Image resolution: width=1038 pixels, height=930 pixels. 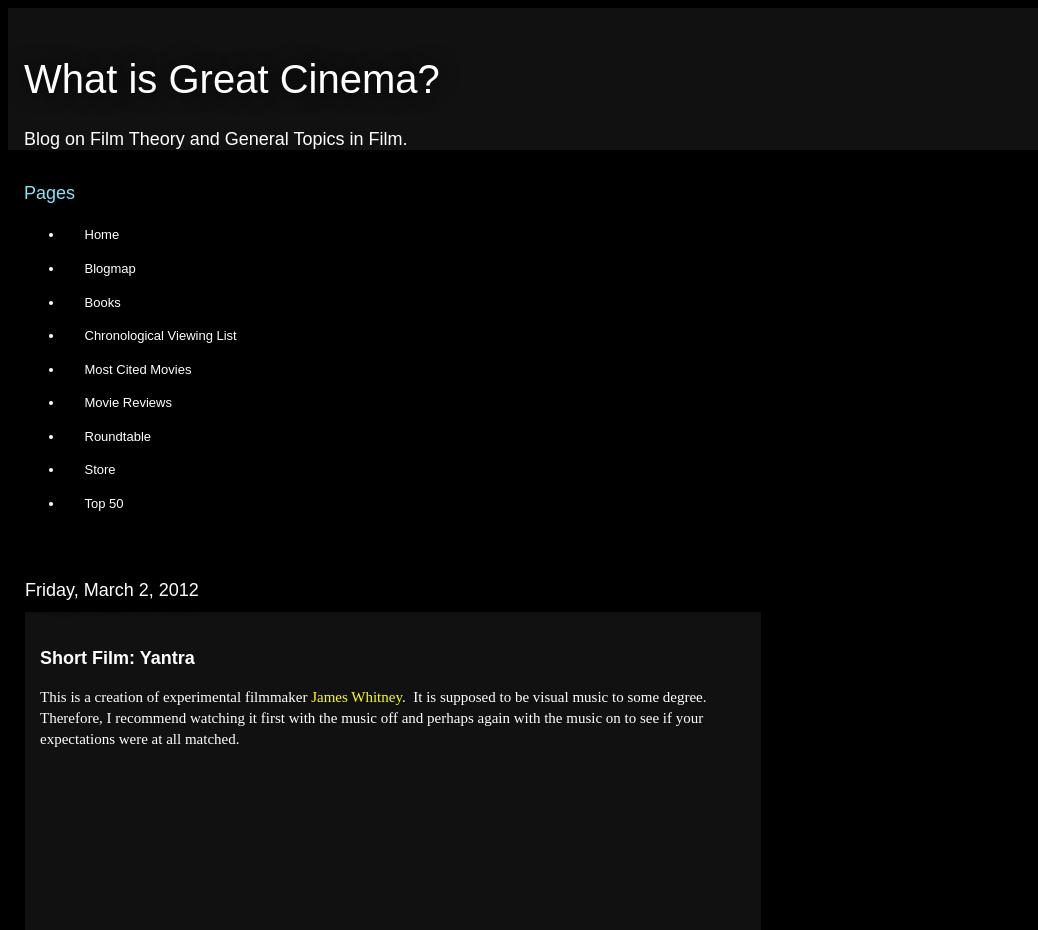 I want to click on 'Roundtable', so click(x=116, y=435).